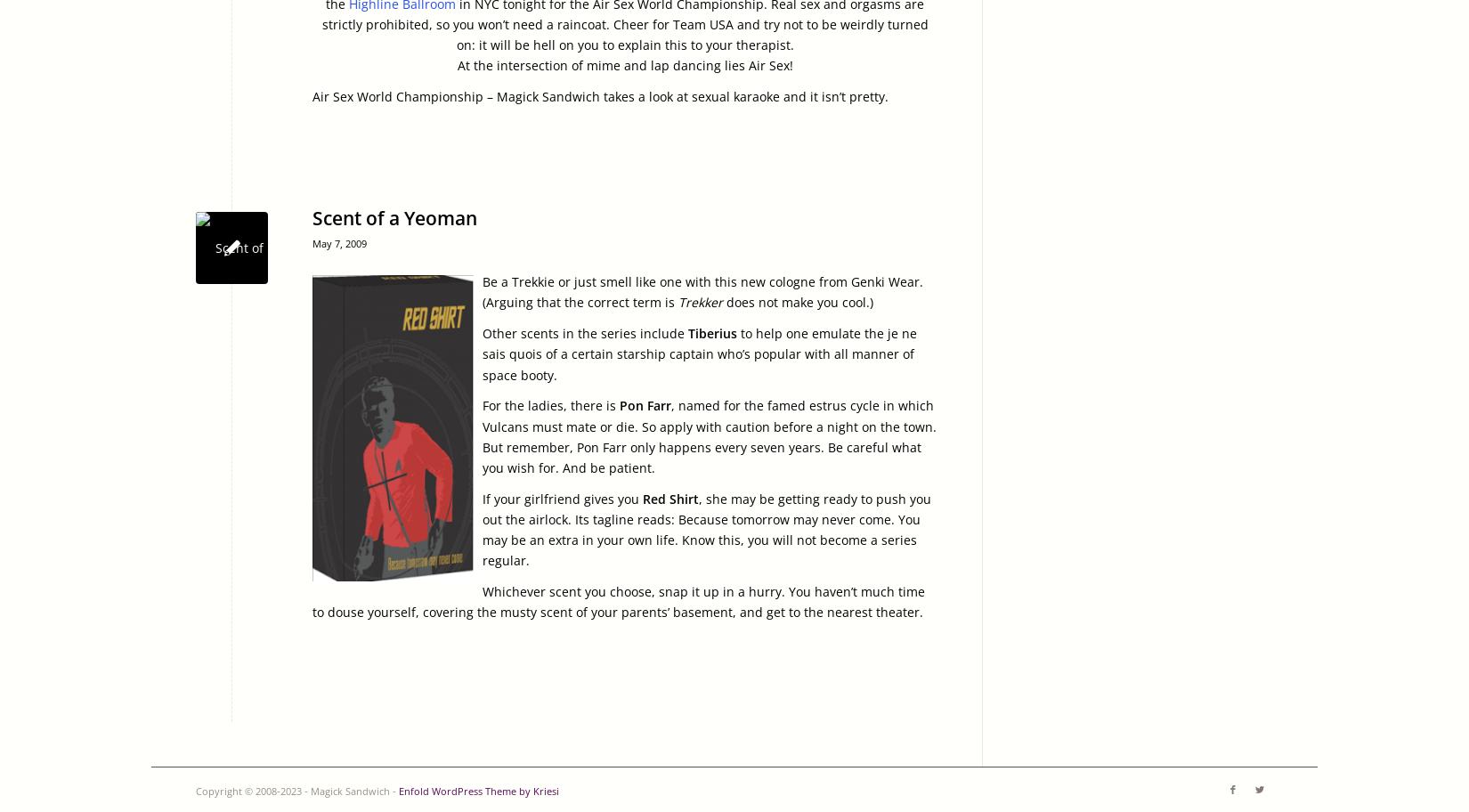  I want to click on 'May 7, 2009', so click(312, 242).